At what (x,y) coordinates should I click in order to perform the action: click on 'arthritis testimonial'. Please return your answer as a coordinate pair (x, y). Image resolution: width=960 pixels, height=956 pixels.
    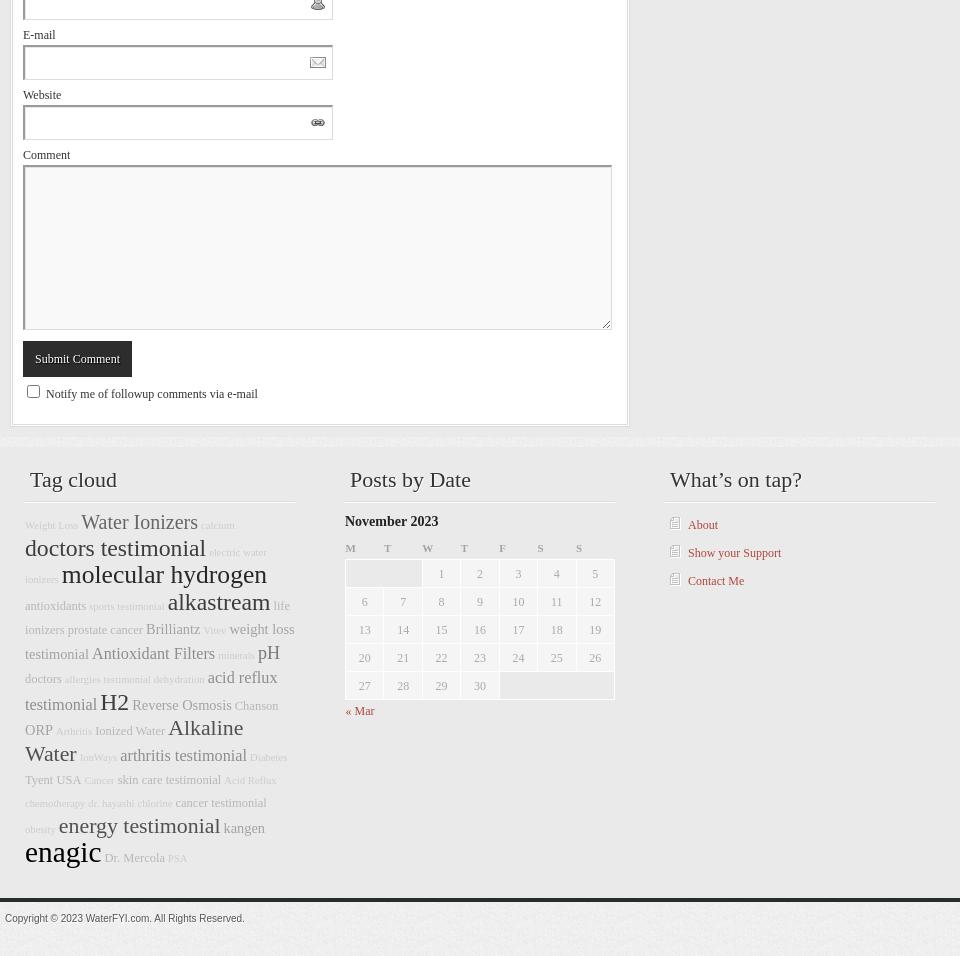
    Looking at the image, I should click on (183, 755).